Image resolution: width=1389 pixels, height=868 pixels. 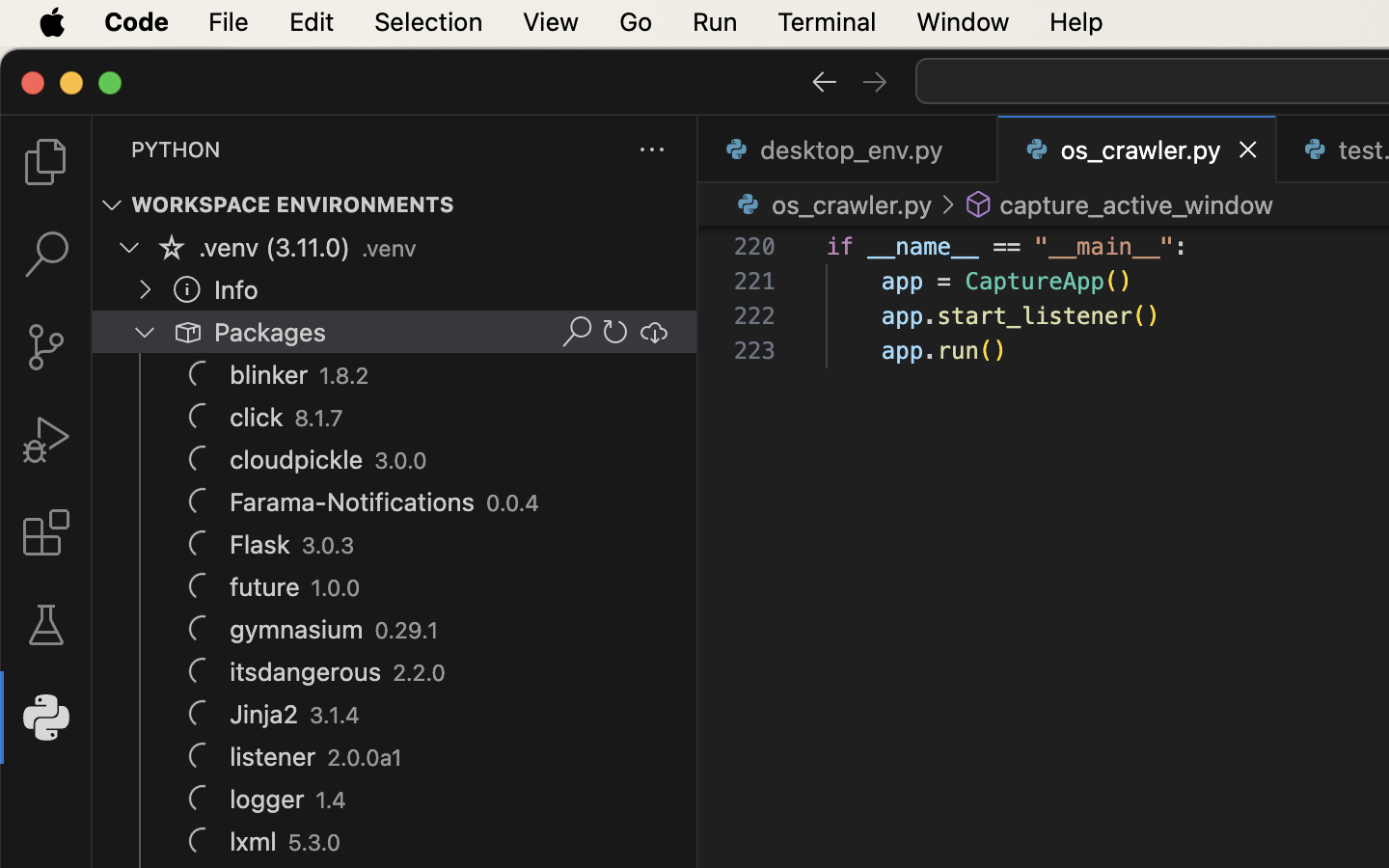 What do you see at coordinates (407, 631) in the screenshot?
I see `'0.29.1'` at bounding box center [407, 631].